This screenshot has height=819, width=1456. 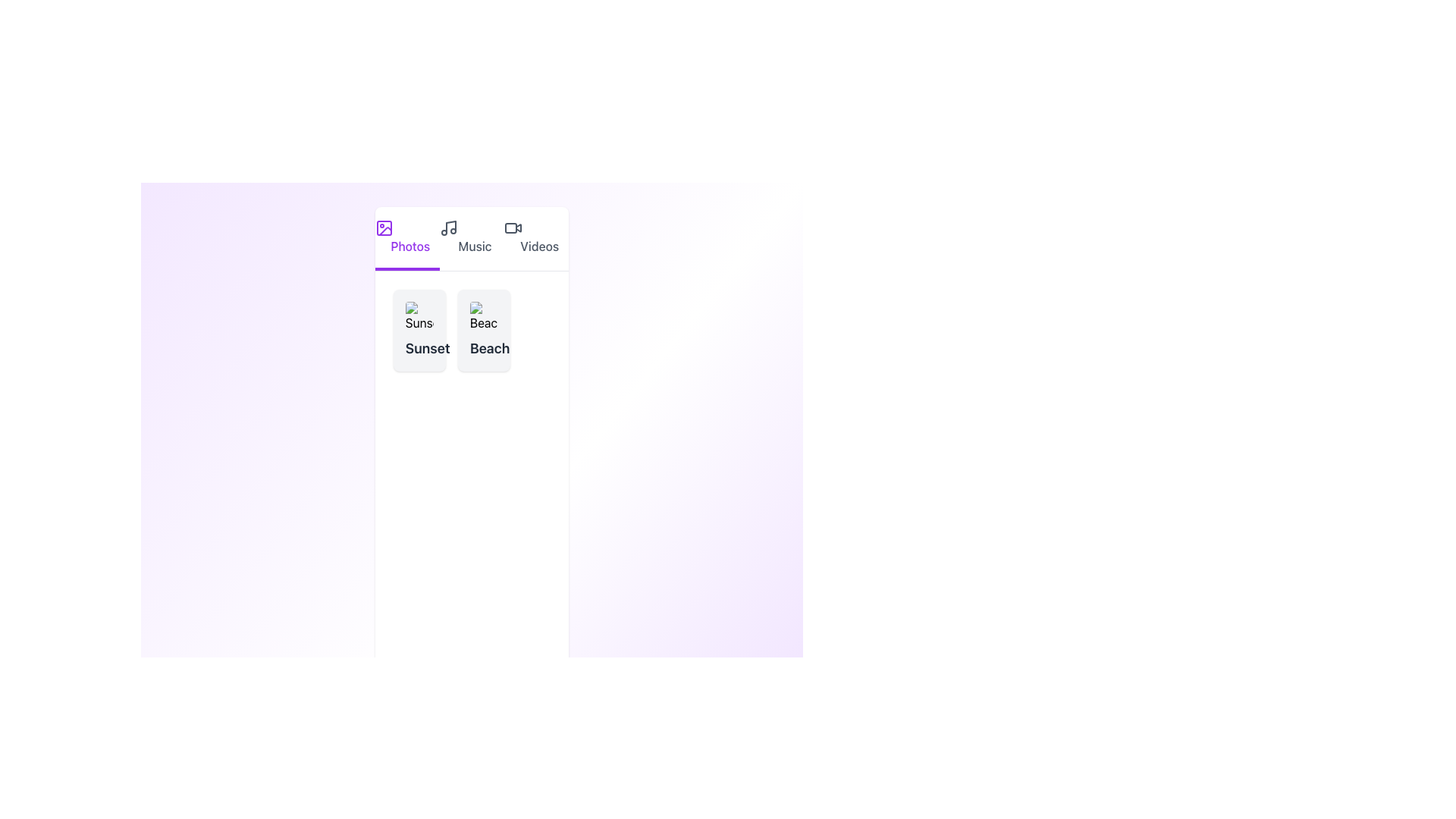 I want to click on the third tab button labeled 'Videos' with an icon, so click(x=536, y=239).